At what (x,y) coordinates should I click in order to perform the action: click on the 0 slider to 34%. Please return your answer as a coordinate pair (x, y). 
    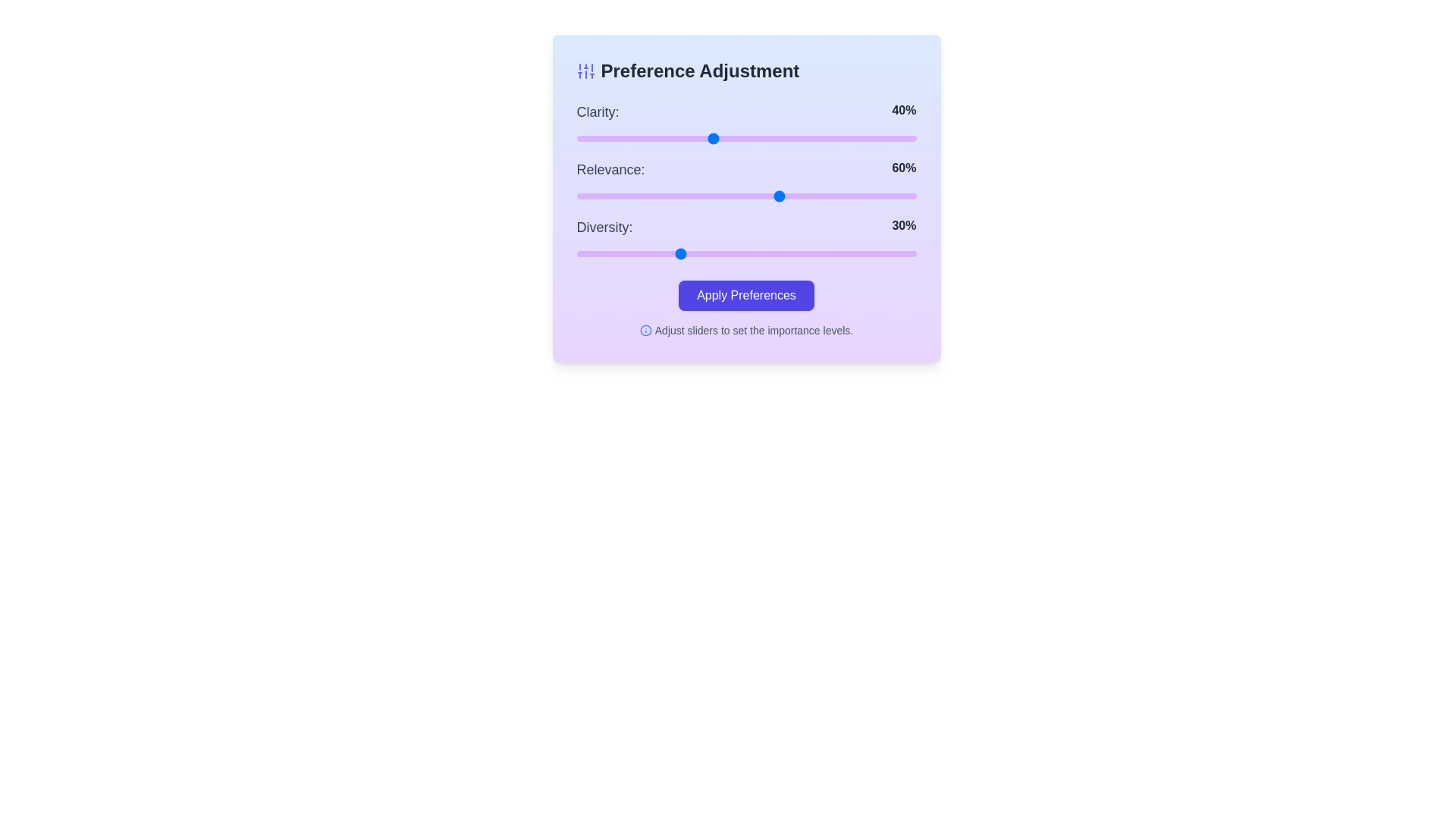
    Looking at the image, I should click on (691, 138).